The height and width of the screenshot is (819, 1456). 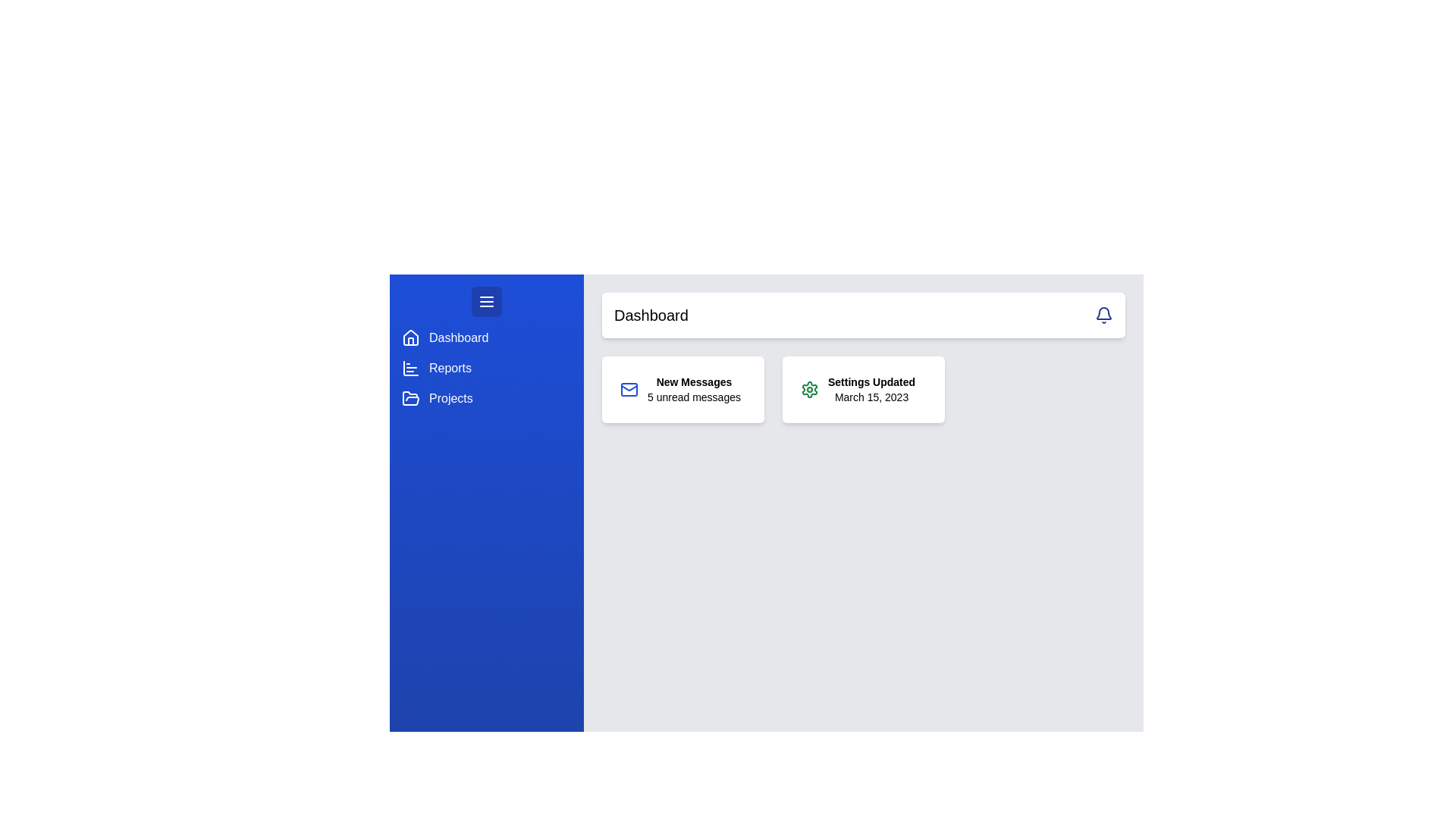 What do you see at coordinates (809, 388) in the screenshot?
I see `the icon located on the right-hand side of the interface, which serves as a visual indicator for the 'Settings Updated' message` at bounding box center [809, 388].